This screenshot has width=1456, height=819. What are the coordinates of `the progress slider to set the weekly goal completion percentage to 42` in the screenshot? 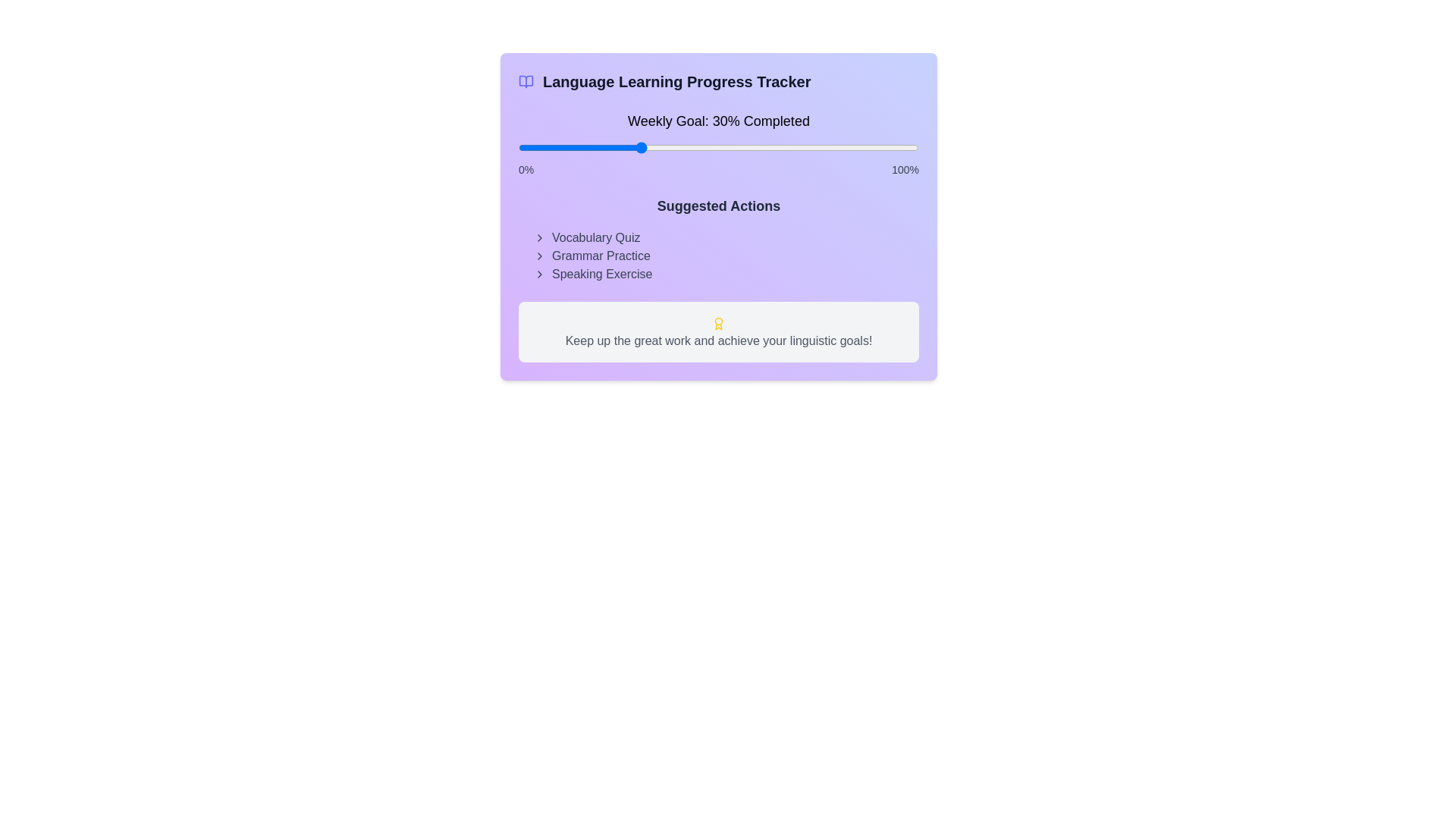 It's located at (686, 148).